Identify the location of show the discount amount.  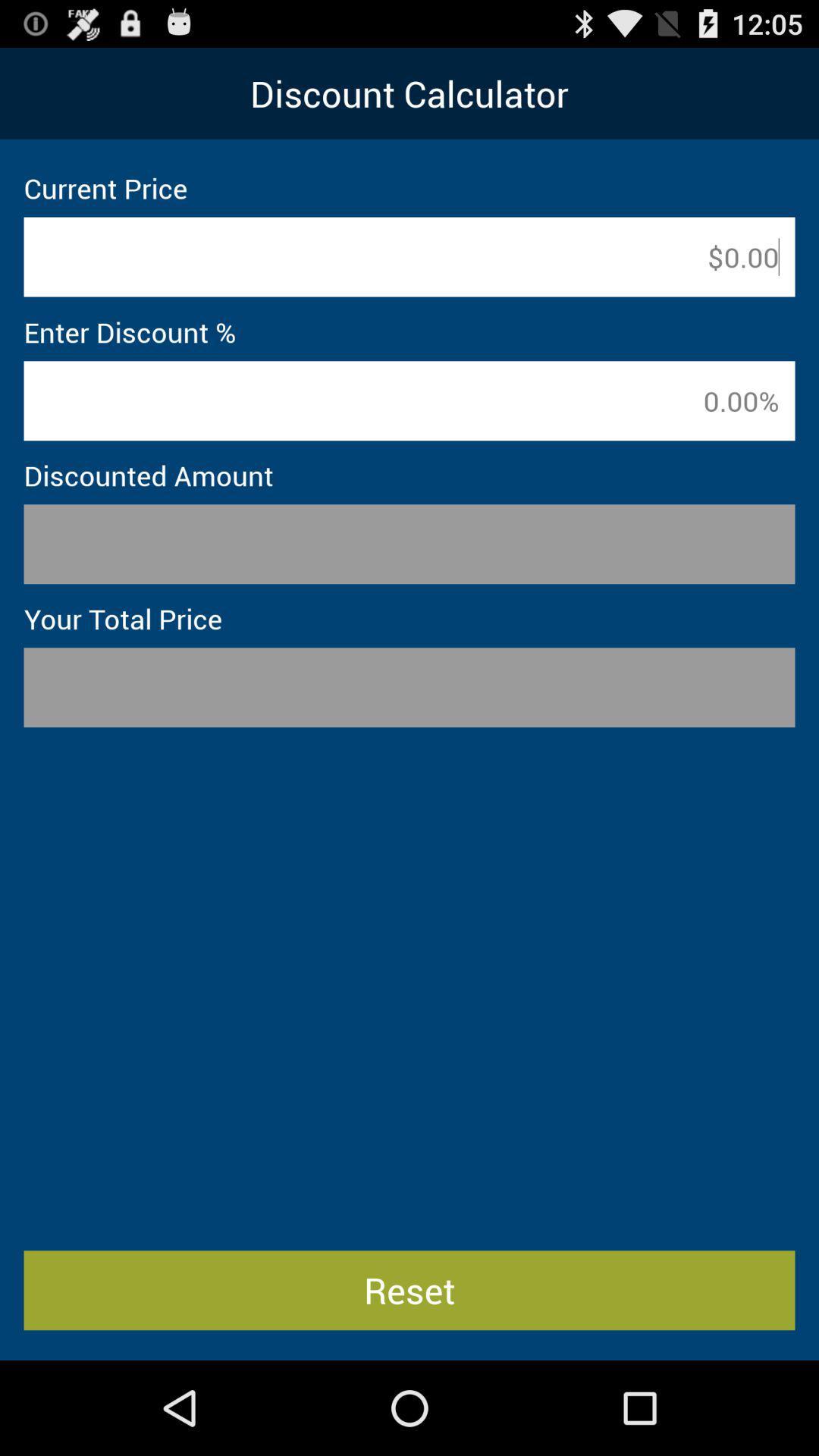
(409, 544).